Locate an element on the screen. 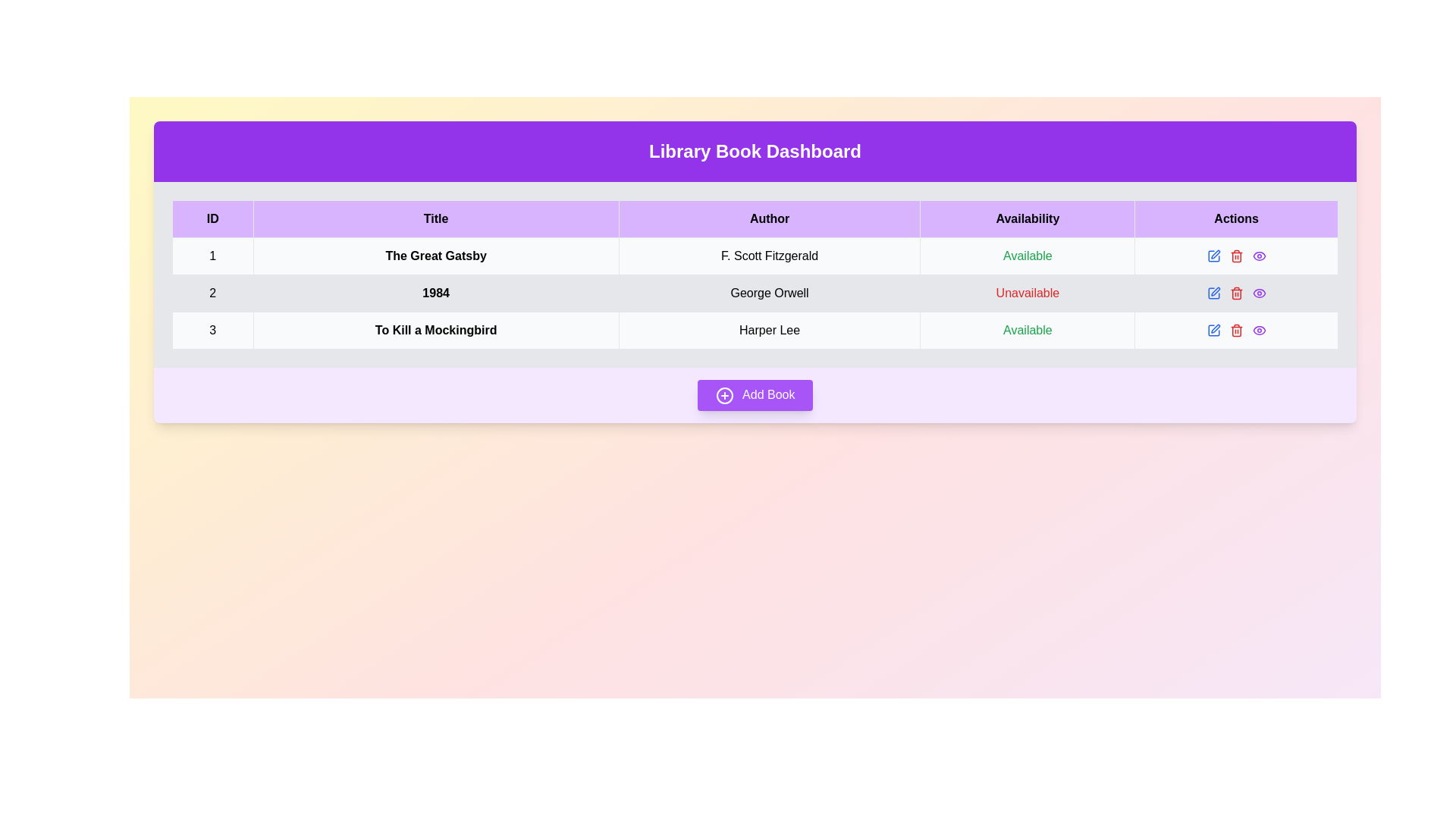  the Circle SVG graphical shape that is part of the 'Add Book' button, located at the bottom center of the interface beneath the book information table is located at coordinates (723, 394).